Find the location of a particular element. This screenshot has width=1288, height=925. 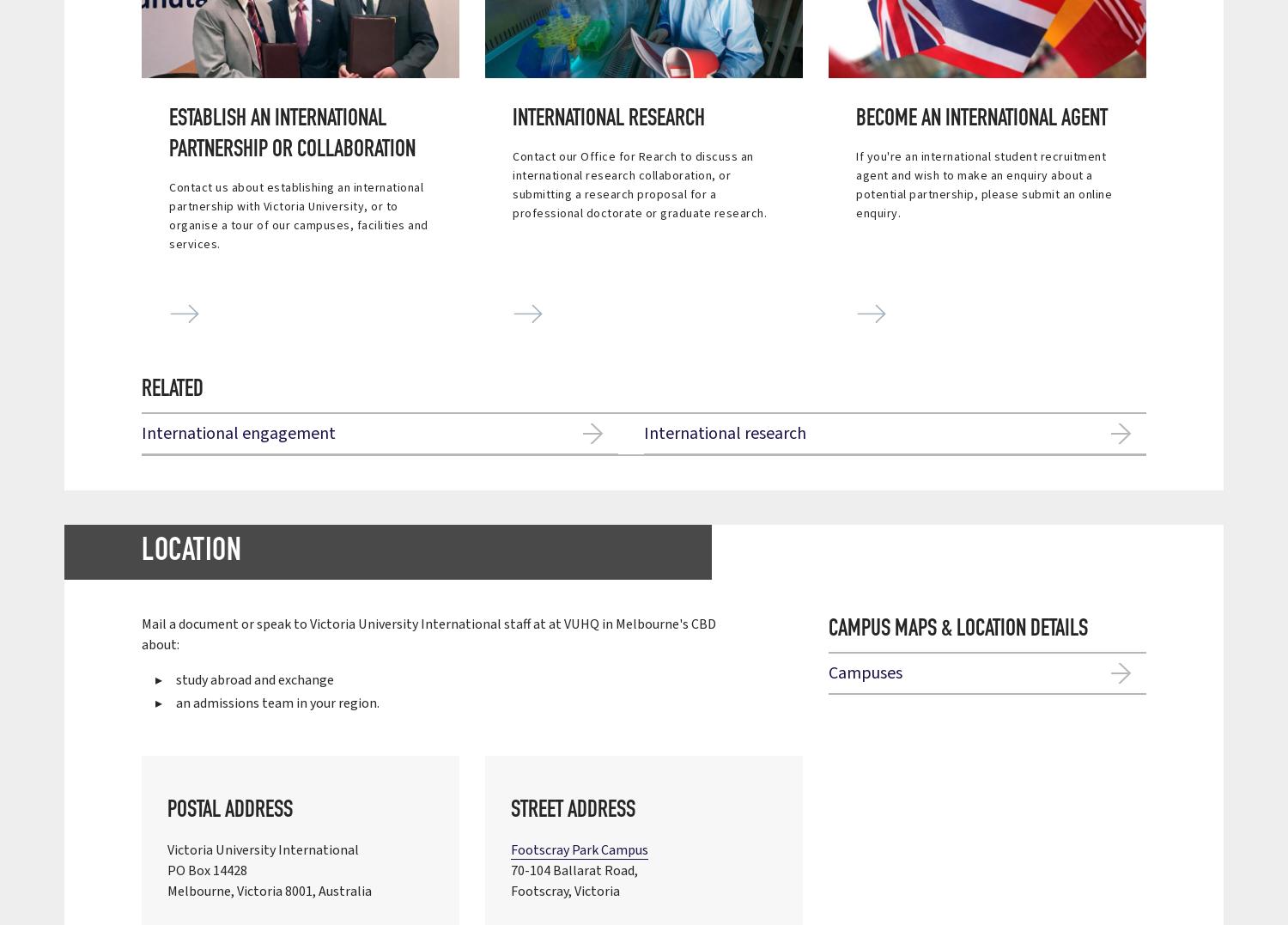

'Location' is located at coordinates (142, 551).